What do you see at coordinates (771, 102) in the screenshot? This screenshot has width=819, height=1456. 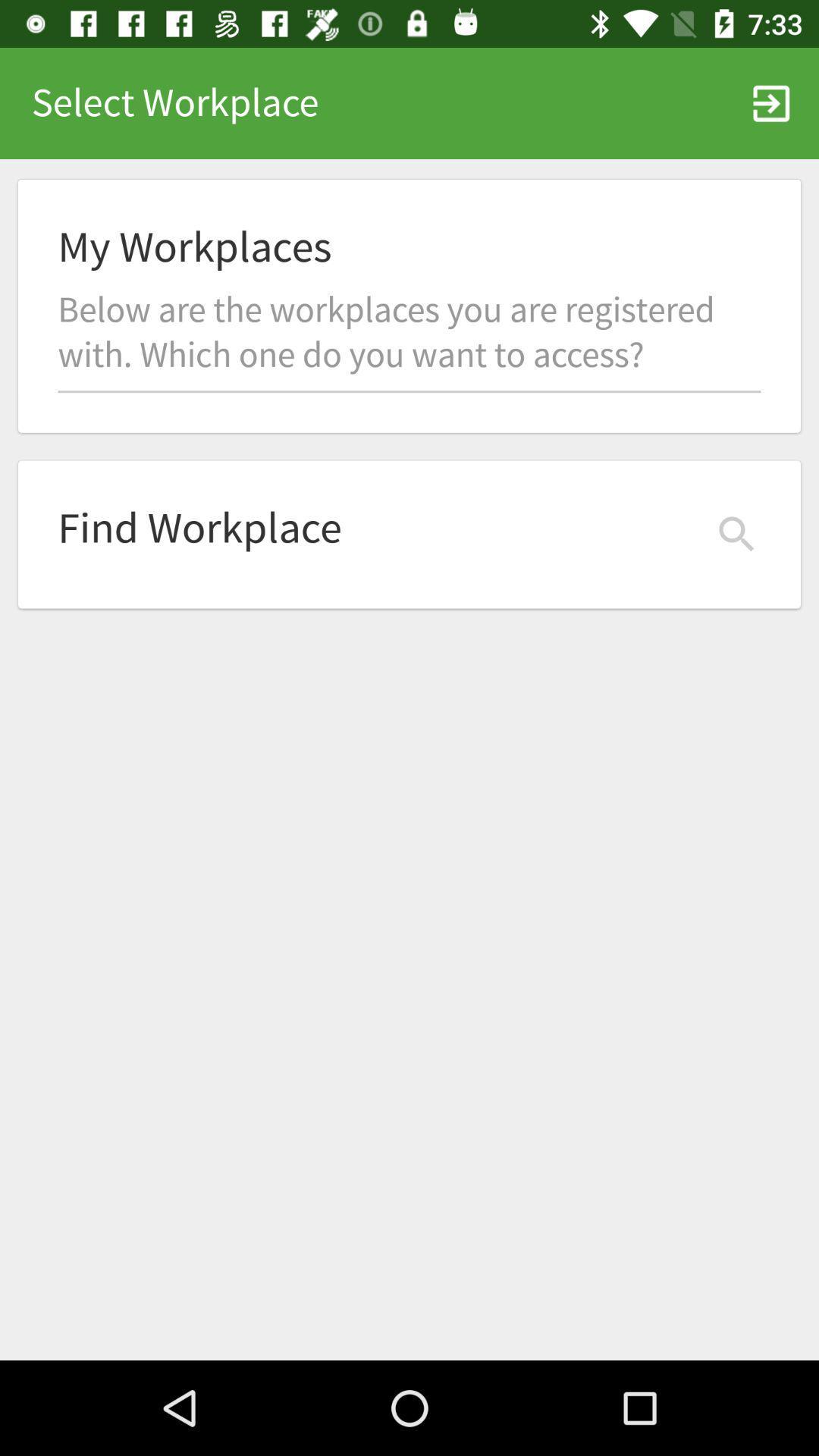 I see `icon at the top right corner` at bounding box center [771, 102].